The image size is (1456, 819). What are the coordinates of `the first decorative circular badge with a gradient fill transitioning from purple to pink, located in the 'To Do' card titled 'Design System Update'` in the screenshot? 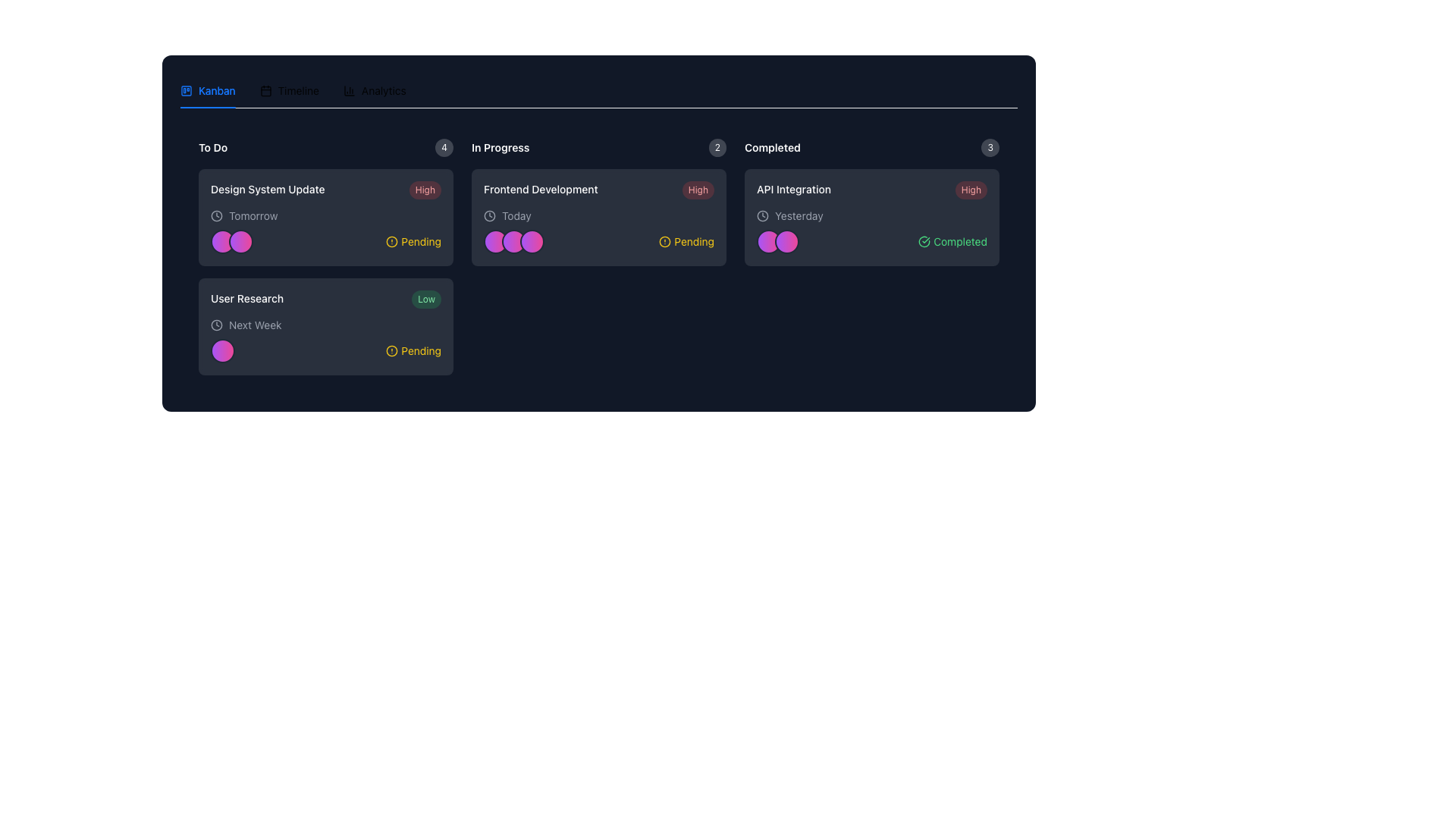 It's located at (221, 241).